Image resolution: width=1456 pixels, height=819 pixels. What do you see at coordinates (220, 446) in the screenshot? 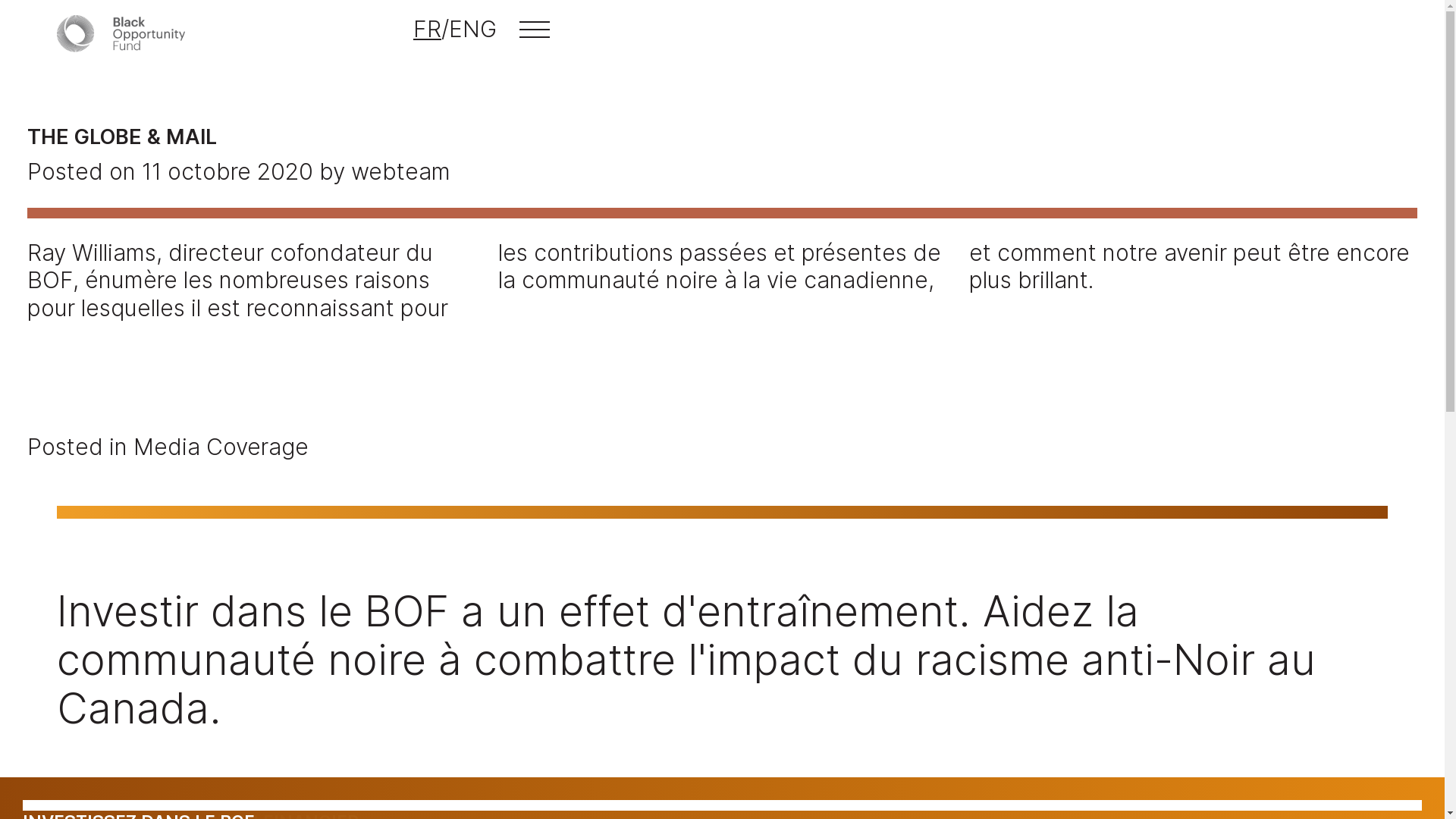
I see `'Media Coverage'` at bounding box center [220, 446].